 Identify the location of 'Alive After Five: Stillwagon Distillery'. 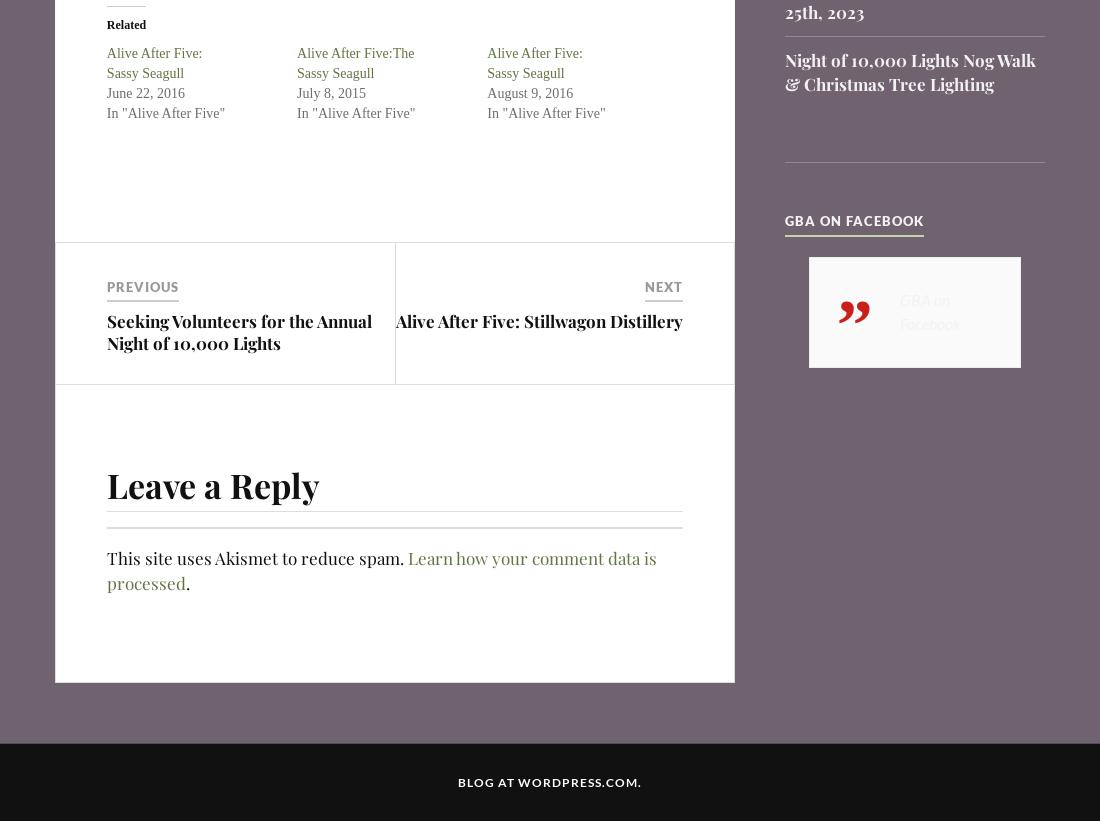
(396, 320).